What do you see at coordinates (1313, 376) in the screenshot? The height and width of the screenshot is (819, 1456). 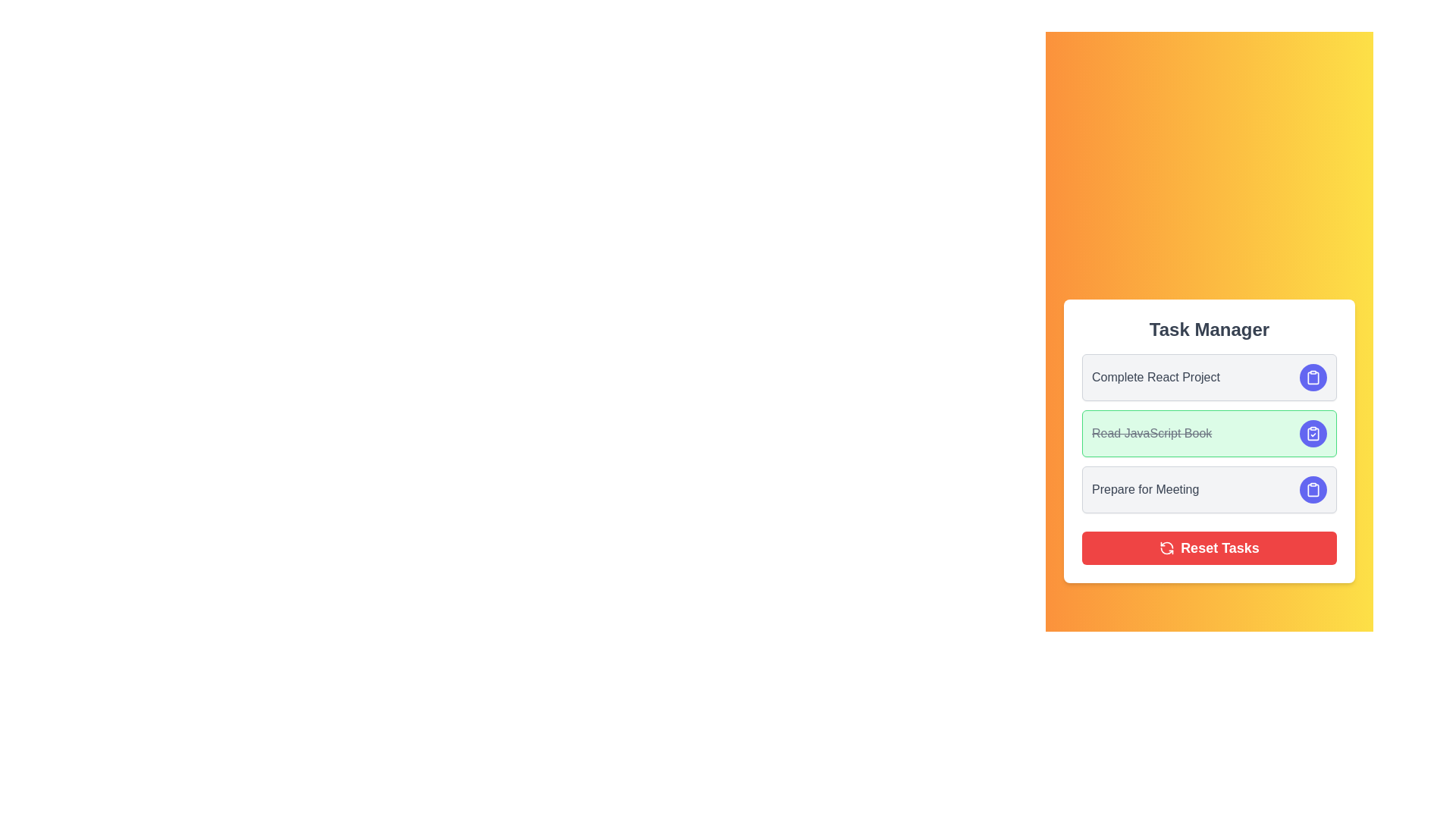 I see `the rounded-edge rectangular clipboard icon with a purple fill, located to the right of the 'Read JavaScript Book' task item` at bounding box center [1313, 376].